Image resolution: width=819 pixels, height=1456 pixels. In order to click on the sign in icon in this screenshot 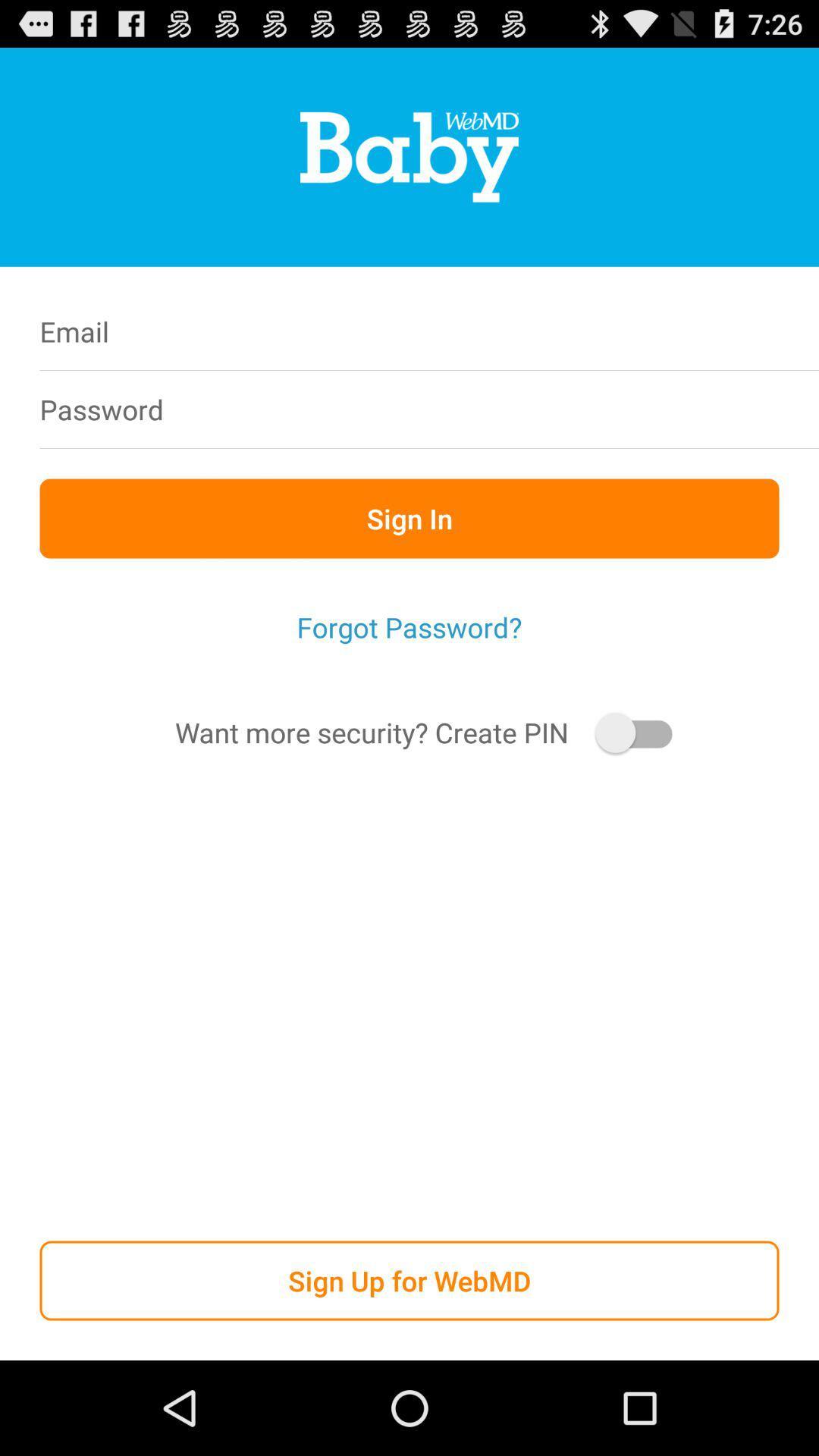, I will do `click(409, 518)`.